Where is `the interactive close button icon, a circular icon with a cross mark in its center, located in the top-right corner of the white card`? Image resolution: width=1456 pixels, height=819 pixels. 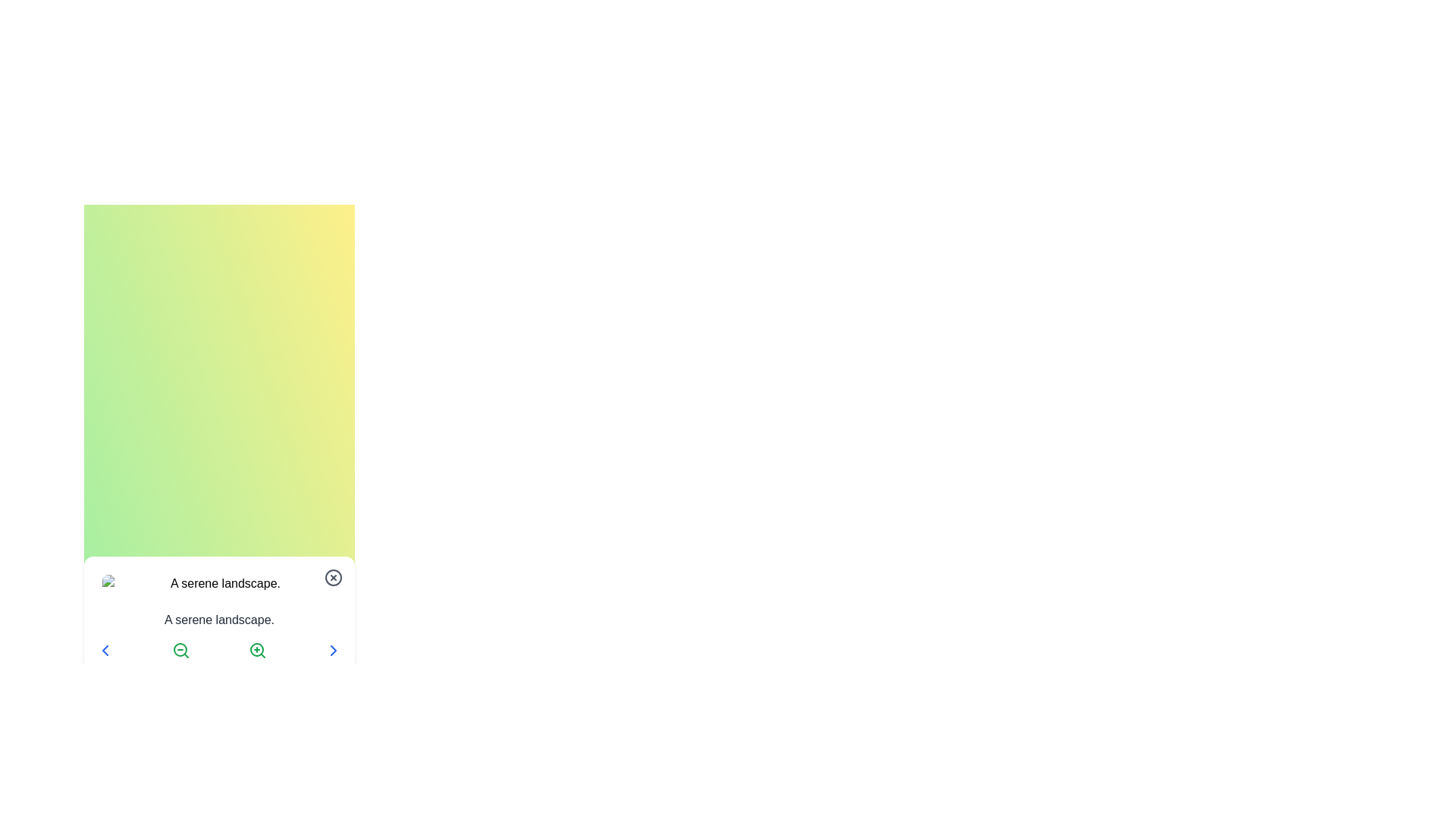 the interactive close button icon, a circular icon with a cross mark in its center, located in the top-right corner of the white card is located at coordinates (333, 578).